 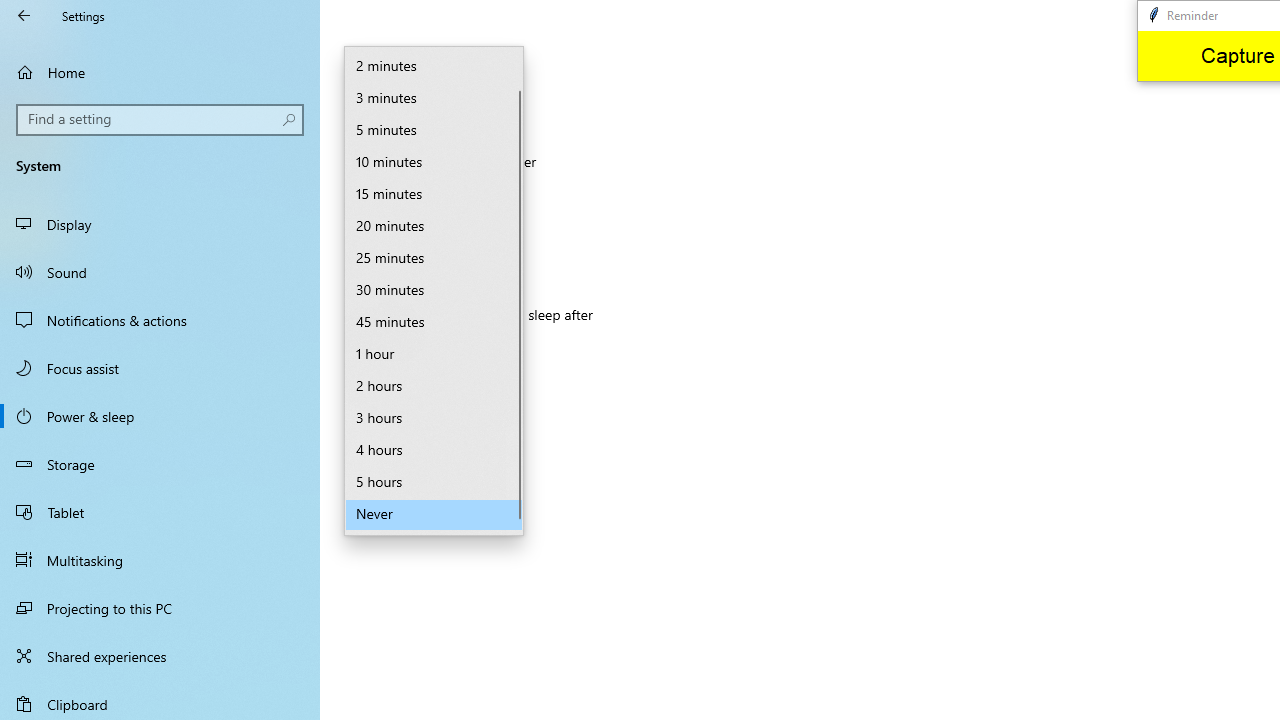 What do you see at coordinates (160, 223) in the screenshot?
I see `'Display'` at bounding box center [160, 223].